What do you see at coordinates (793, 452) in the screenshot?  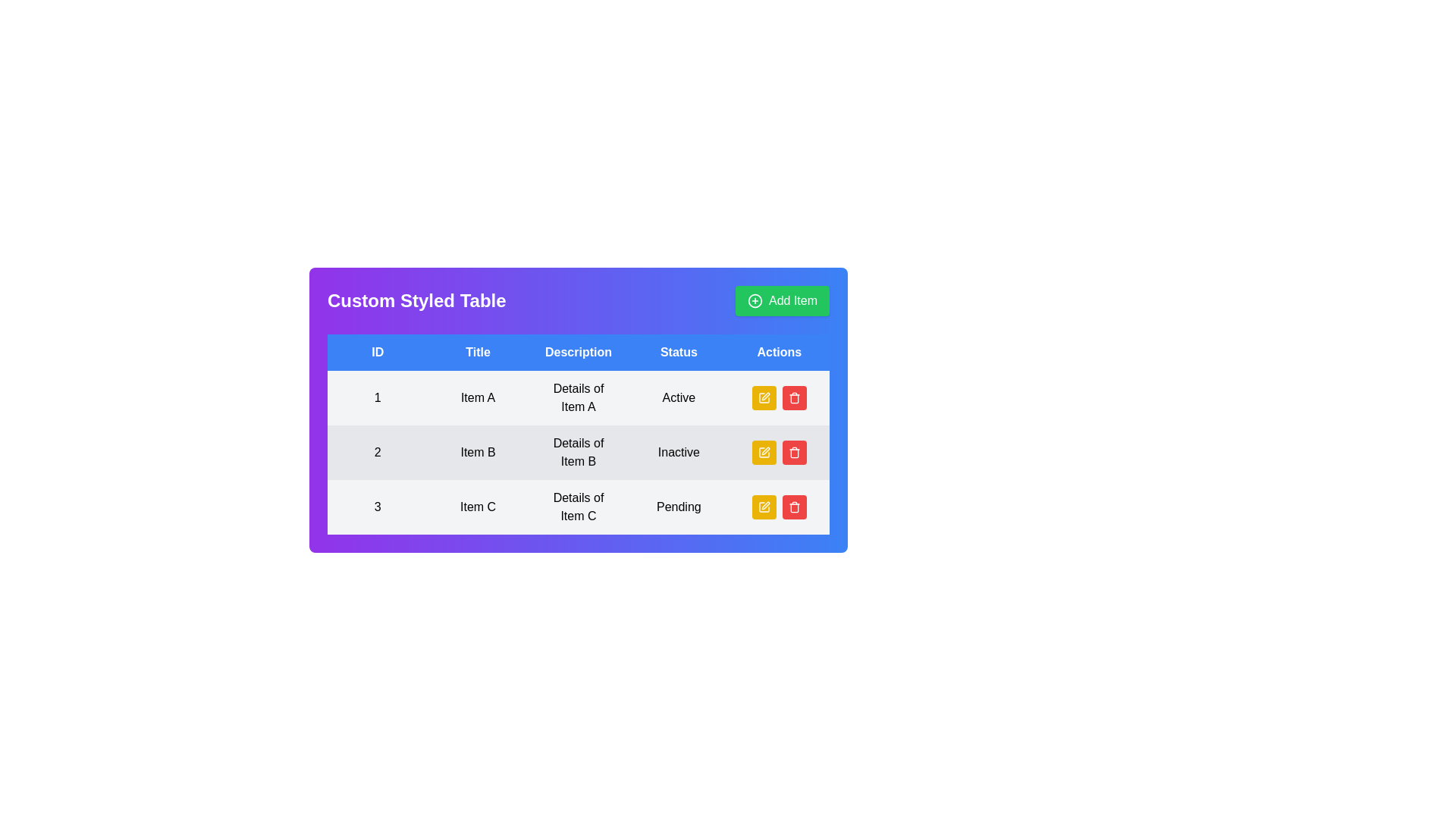 I see `the red trash can button located at the right end of the 'Actions' column in the tabular layout` at bounding box center [793, 452].